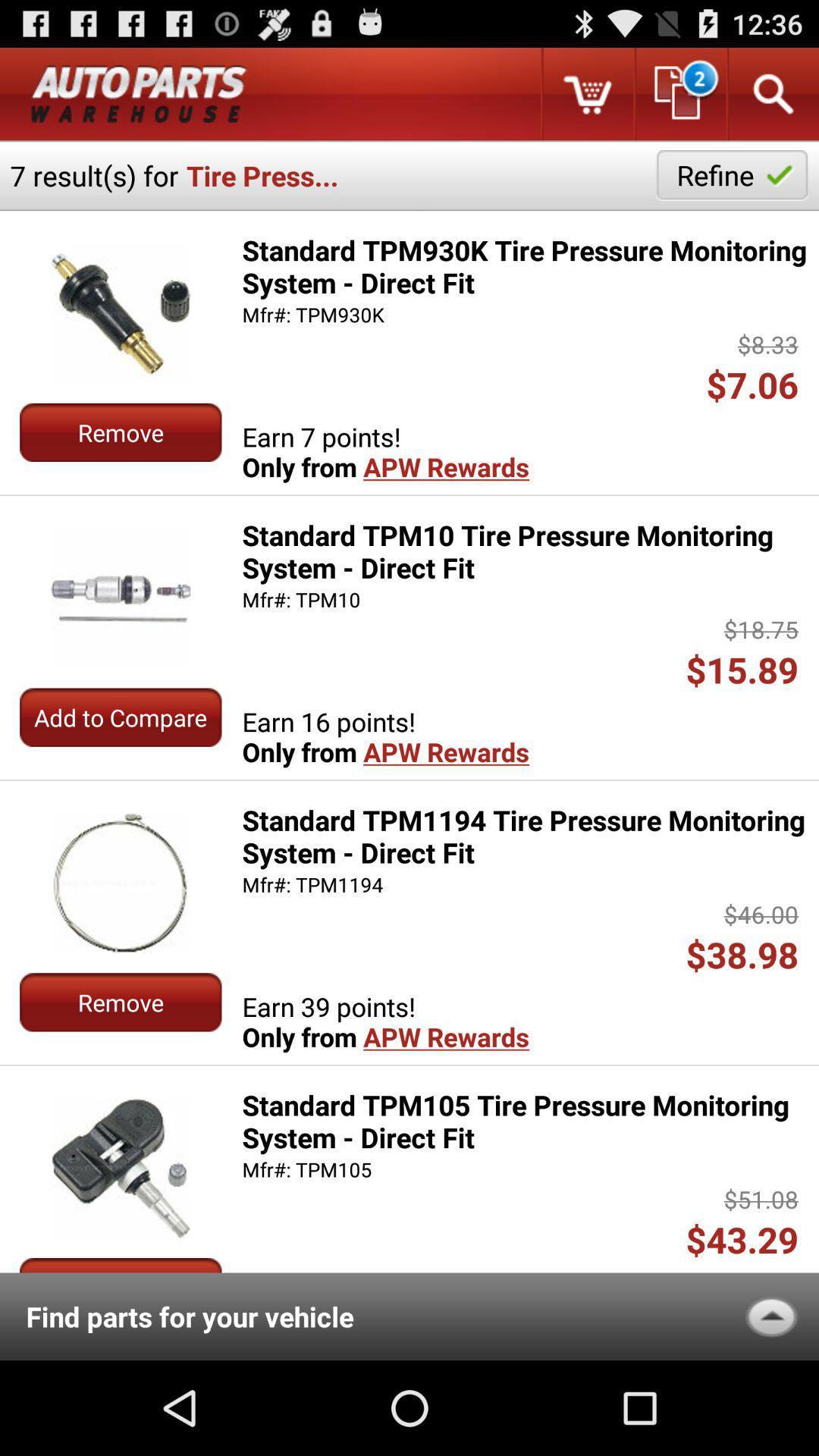 Image resolution: width=819 pixels, height=1456 pixels. Describe the element at coordinates (586, 99) in the screenshot. I see `the cart icon` at that location.